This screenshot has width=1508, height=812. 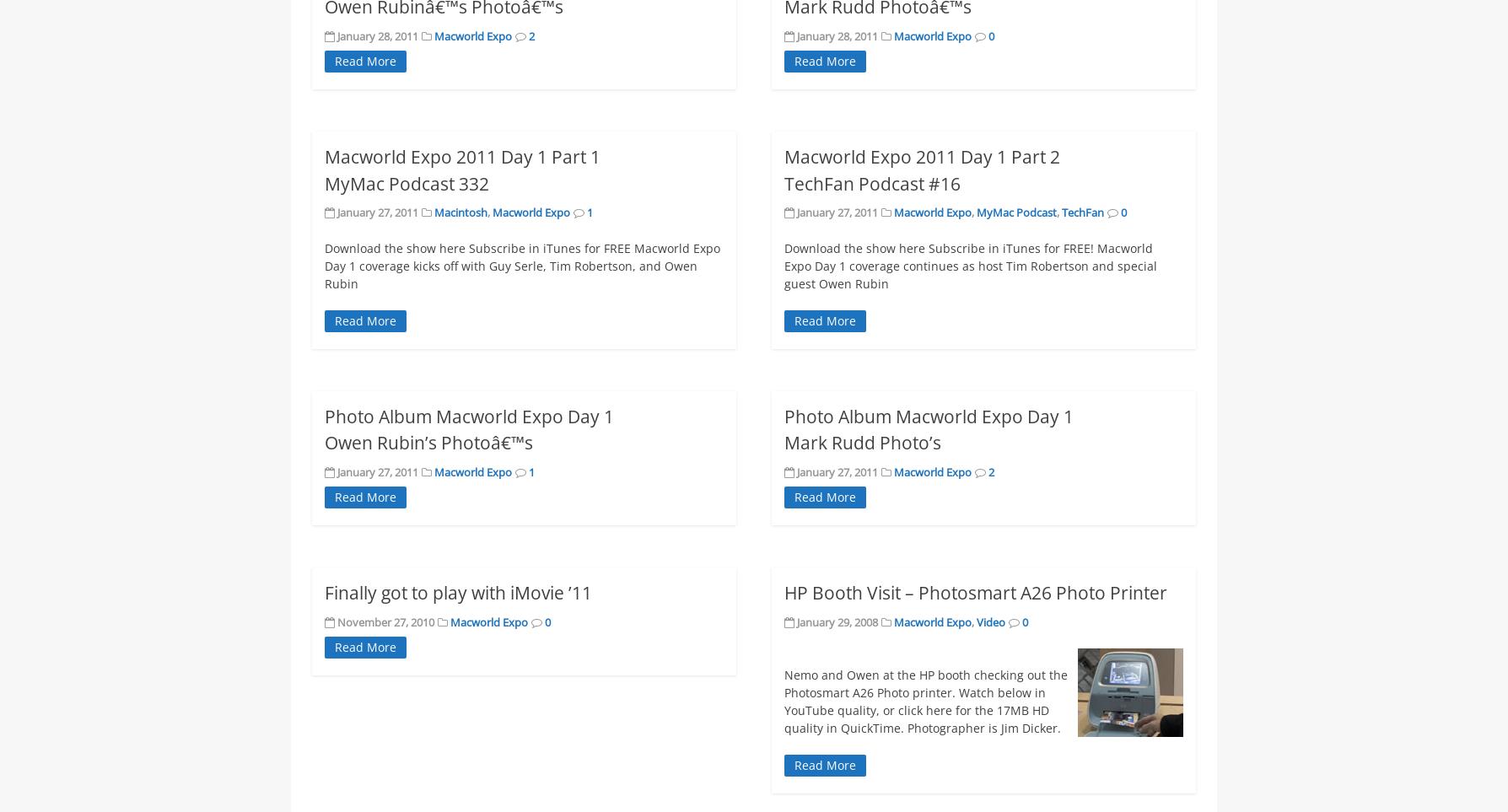 What do you see at coordinates (460, 212) in the screenshot?
I see `'Macintosh'` at bounding box center [460, 212].